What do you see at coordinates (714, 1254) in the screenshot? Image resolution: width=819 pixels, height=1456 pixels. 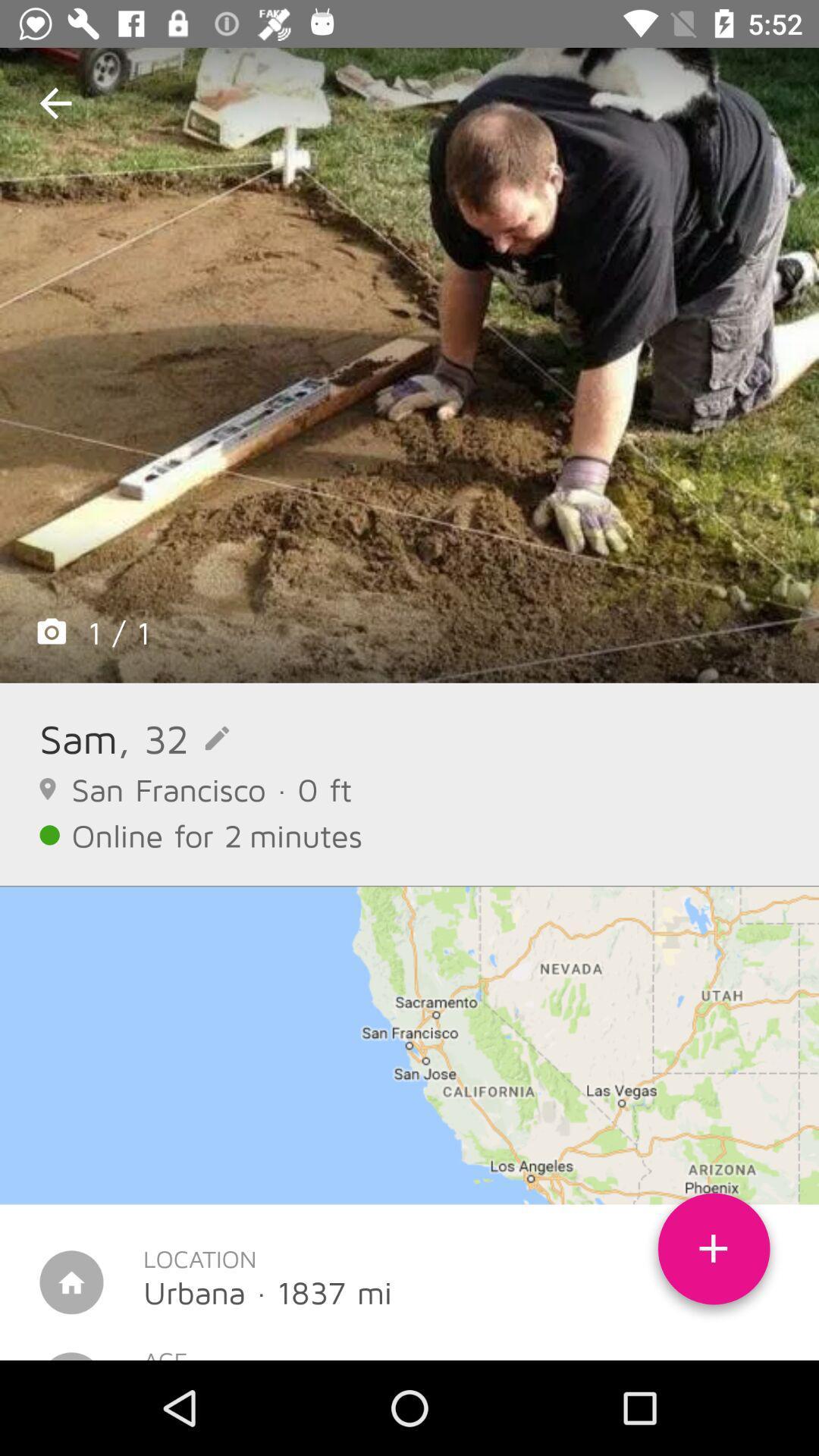 I see `the add icon` at bounding box center [714, 1254].